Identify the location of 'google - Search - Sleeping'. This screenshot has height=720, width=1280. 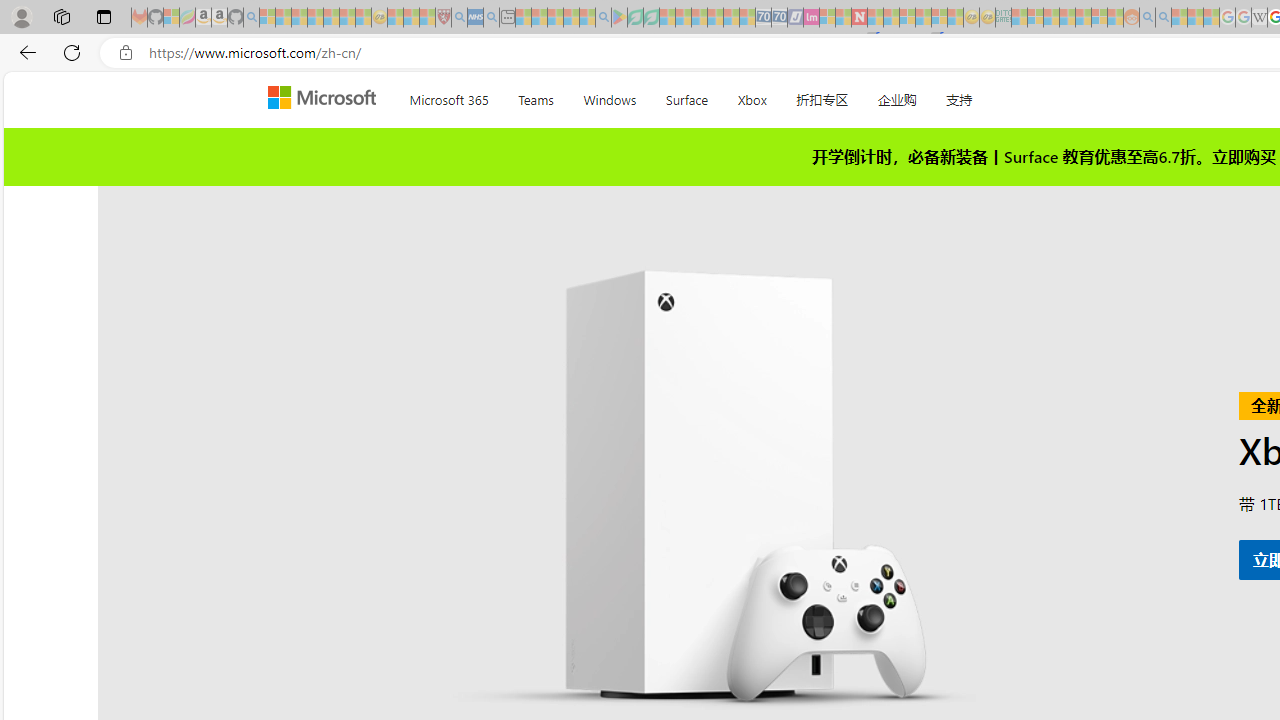
(602, 17).